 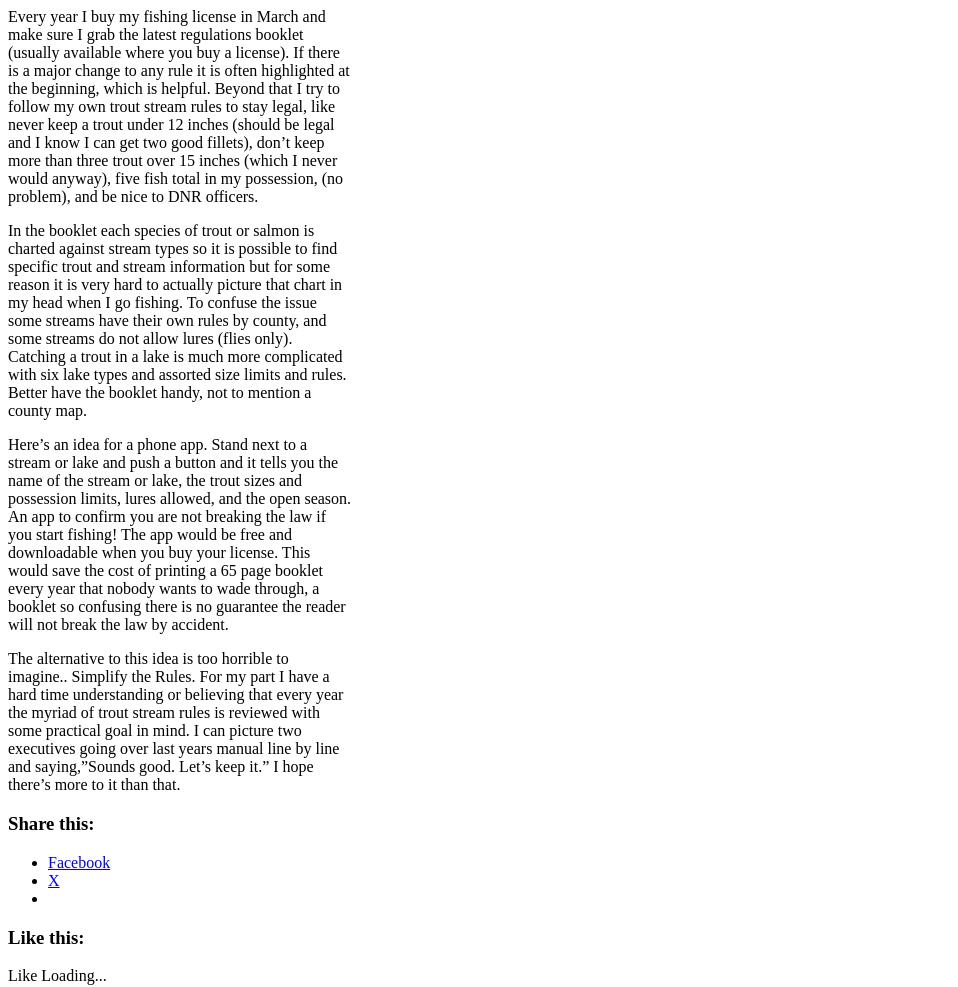 I want to click on 'X', so click(x=52, y=878).